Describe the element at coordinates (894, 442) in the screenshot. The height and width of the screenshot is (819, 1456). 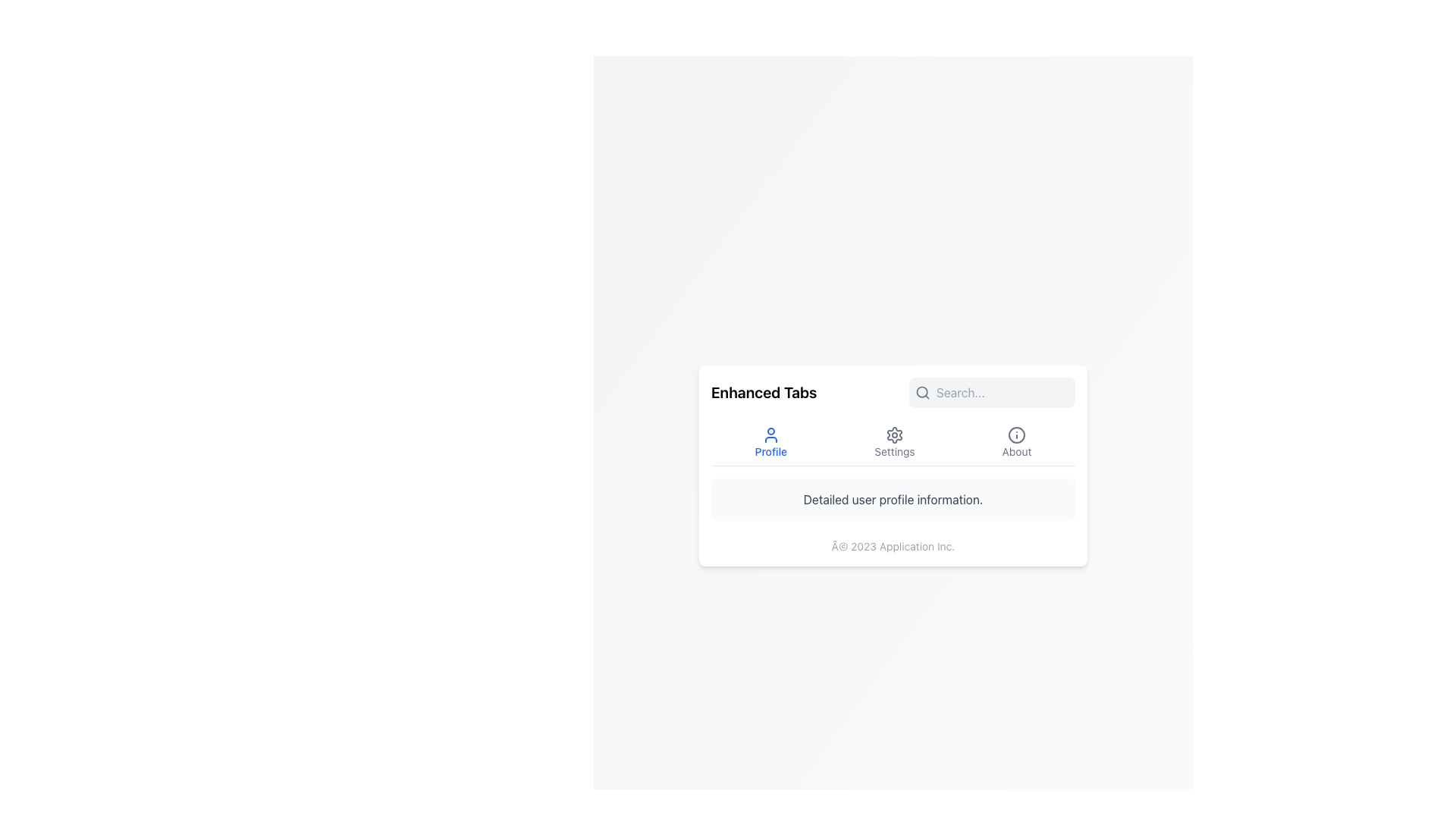
I see `the settings button located under the 'Enhanced Tabs' section` at that location.